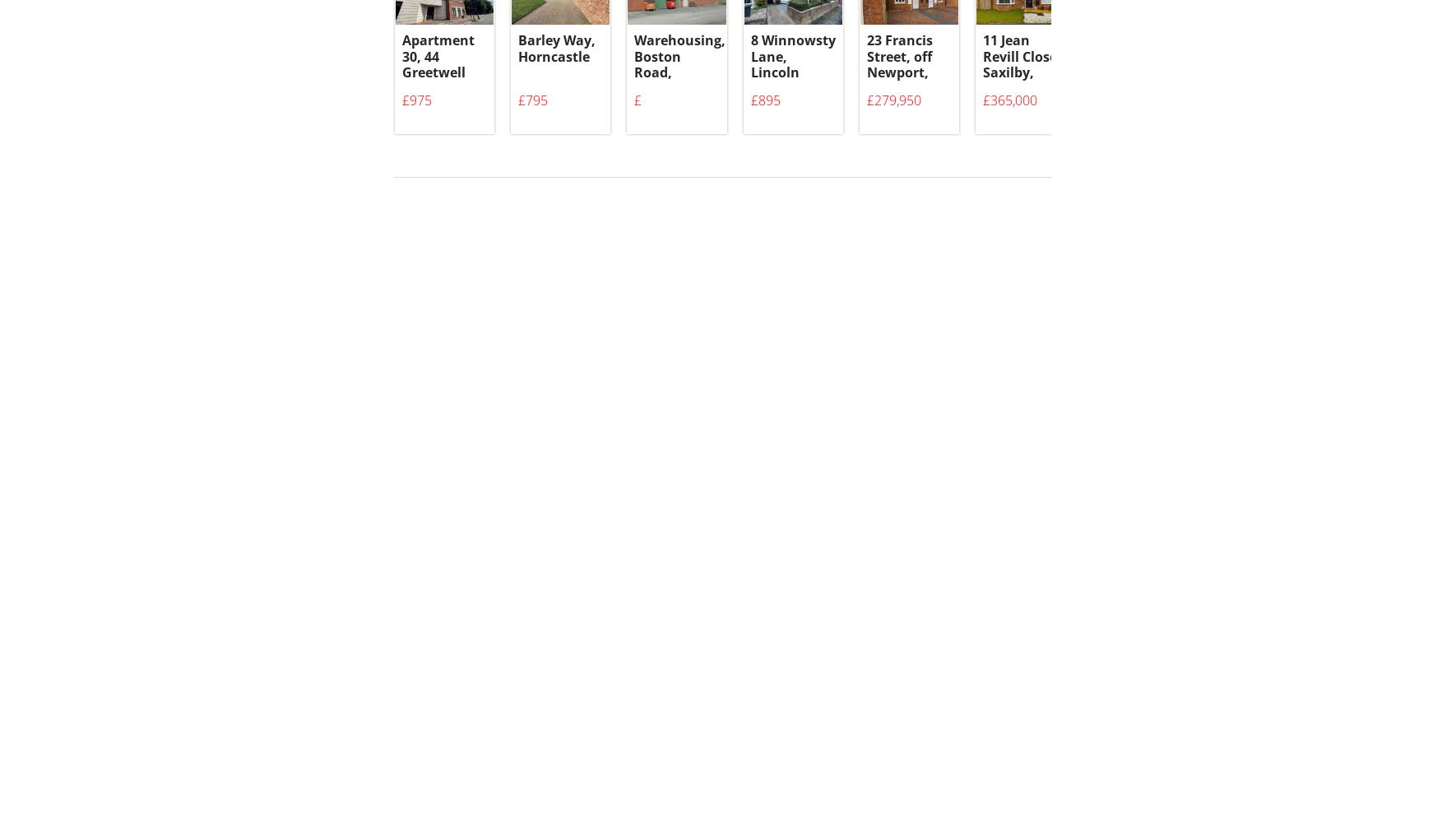 This screenshot has height=814, width=1456. What do you see at coordinates (531, 109) in the screenshot?
I see `'£795'` at bounding box center [531, 109].